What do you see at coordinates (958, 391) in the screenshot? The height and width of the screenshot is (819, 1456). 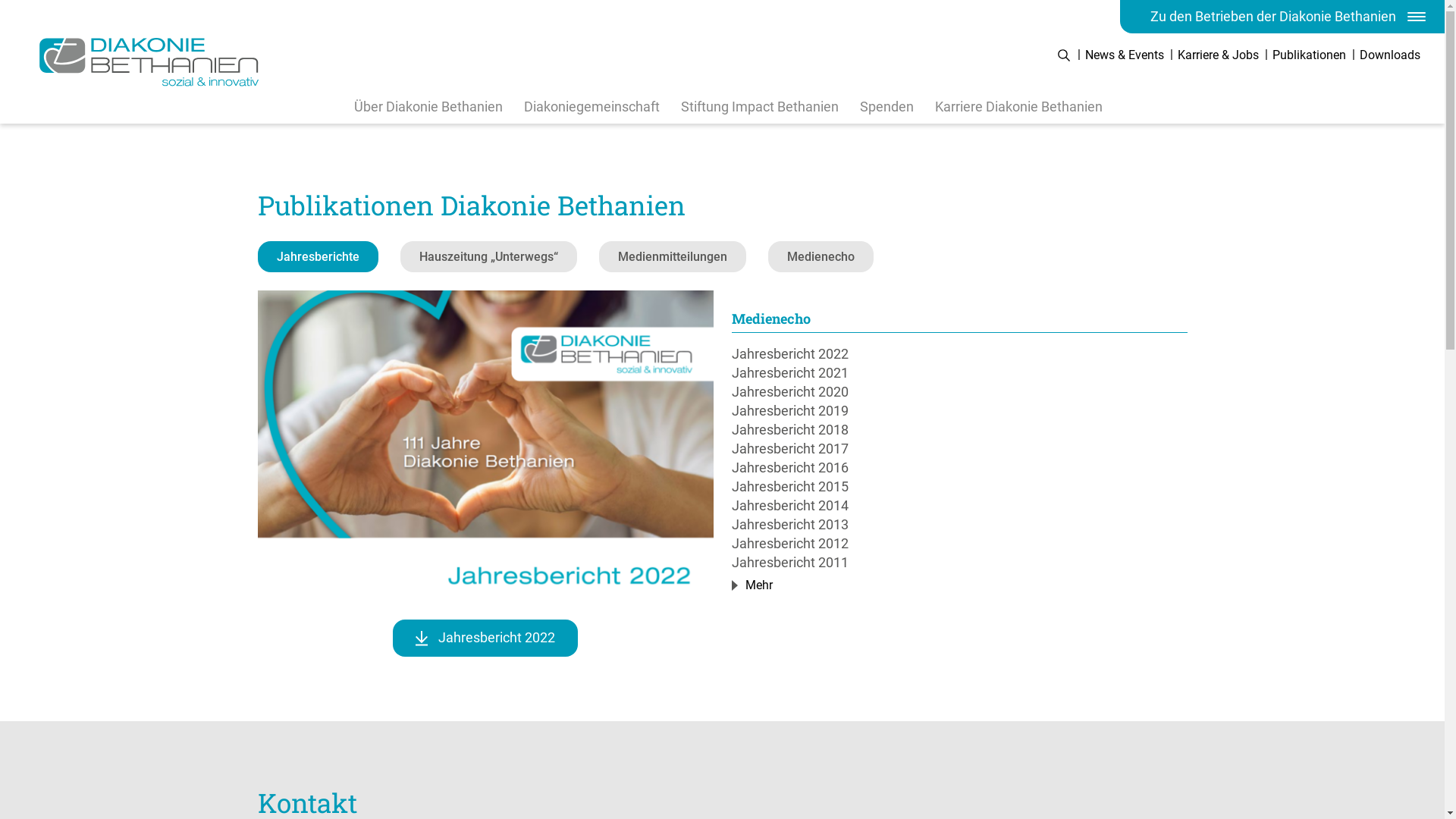 I see `'Jahresbericht 2020'` at bounding box center [958, 391].